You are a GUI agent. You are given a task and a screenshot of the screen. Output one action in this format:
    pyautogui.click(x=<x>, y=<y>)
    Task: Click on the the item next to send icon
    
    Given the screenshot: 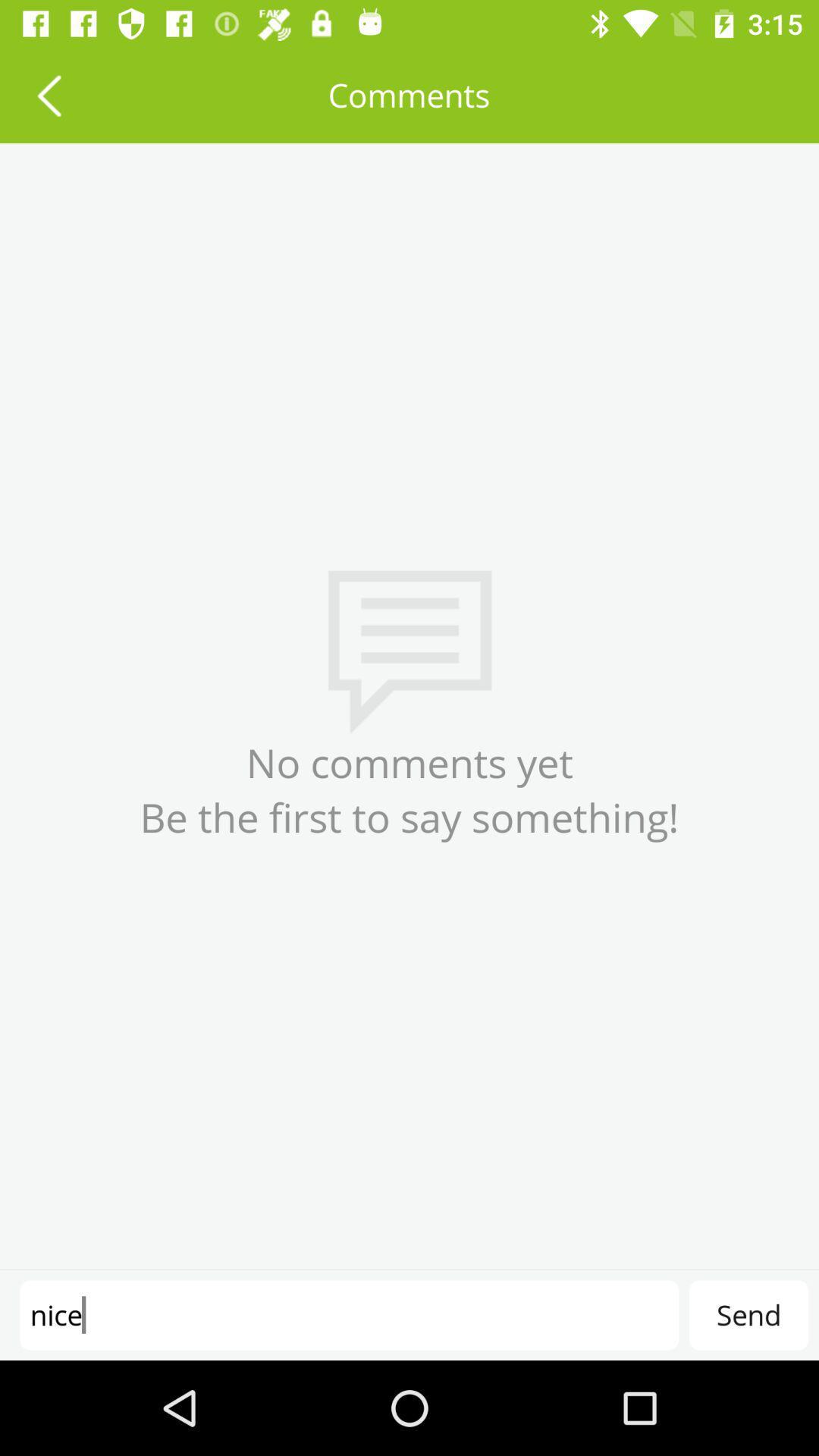 What is the action you would take?
    pyautogui.click(x=349, y=1314)
    